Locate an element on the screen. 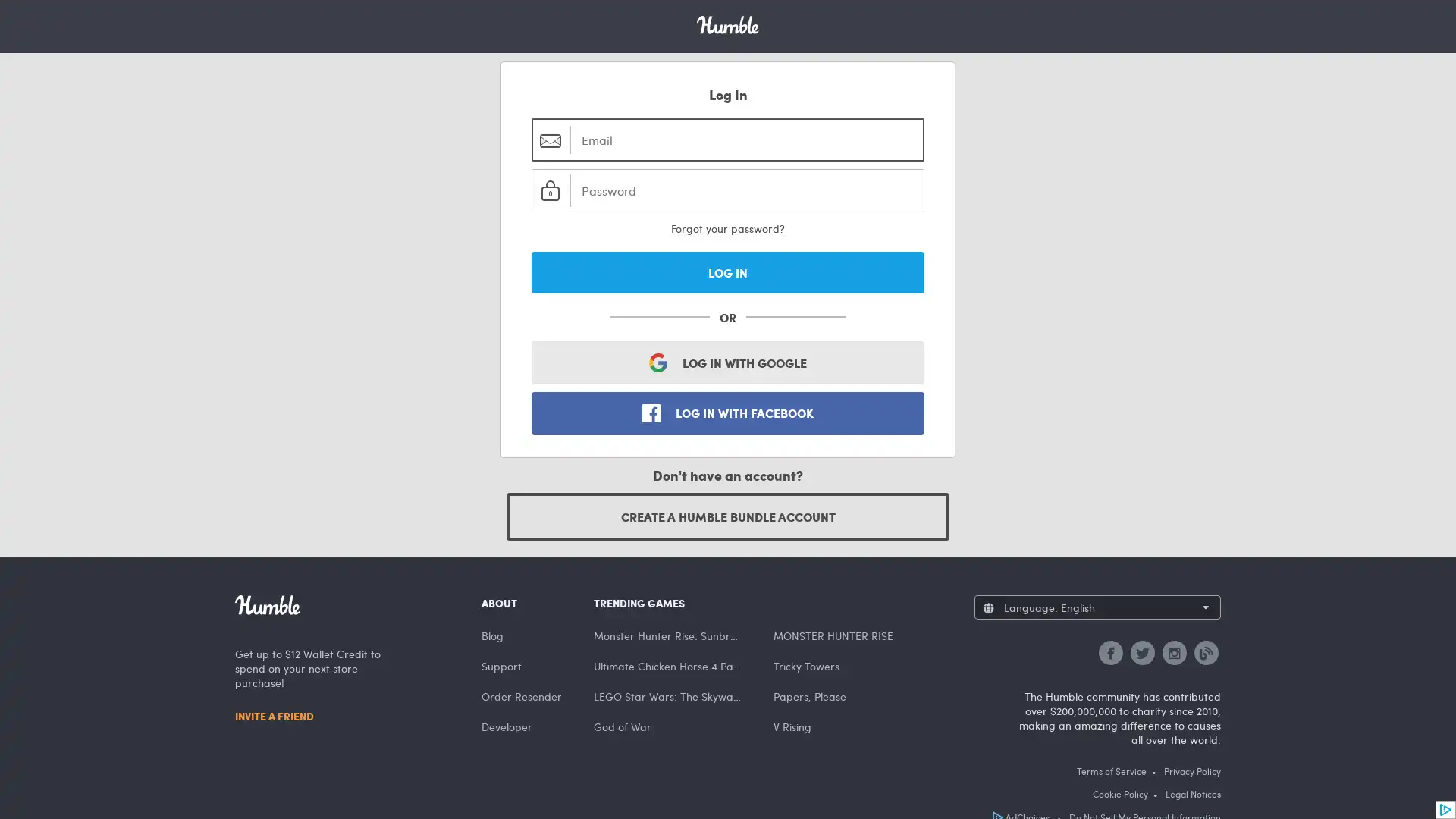 The width and height of the screenshot is (1456, 819). Forgot your password? is located at coordinates (728, 227).